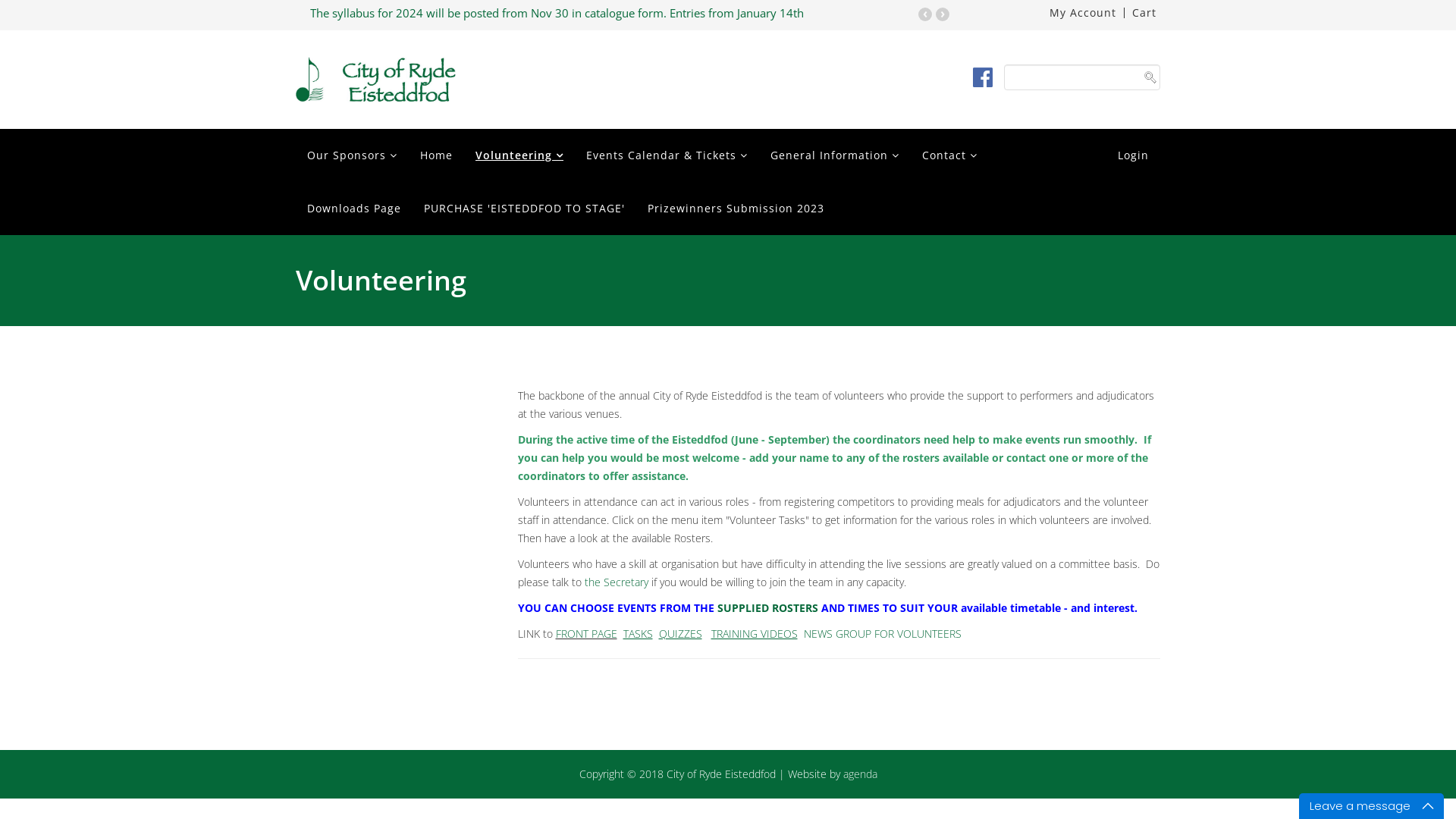 This screenshot has height=819, width=1456. I want to click on 'Cart', so click(1124, 12).